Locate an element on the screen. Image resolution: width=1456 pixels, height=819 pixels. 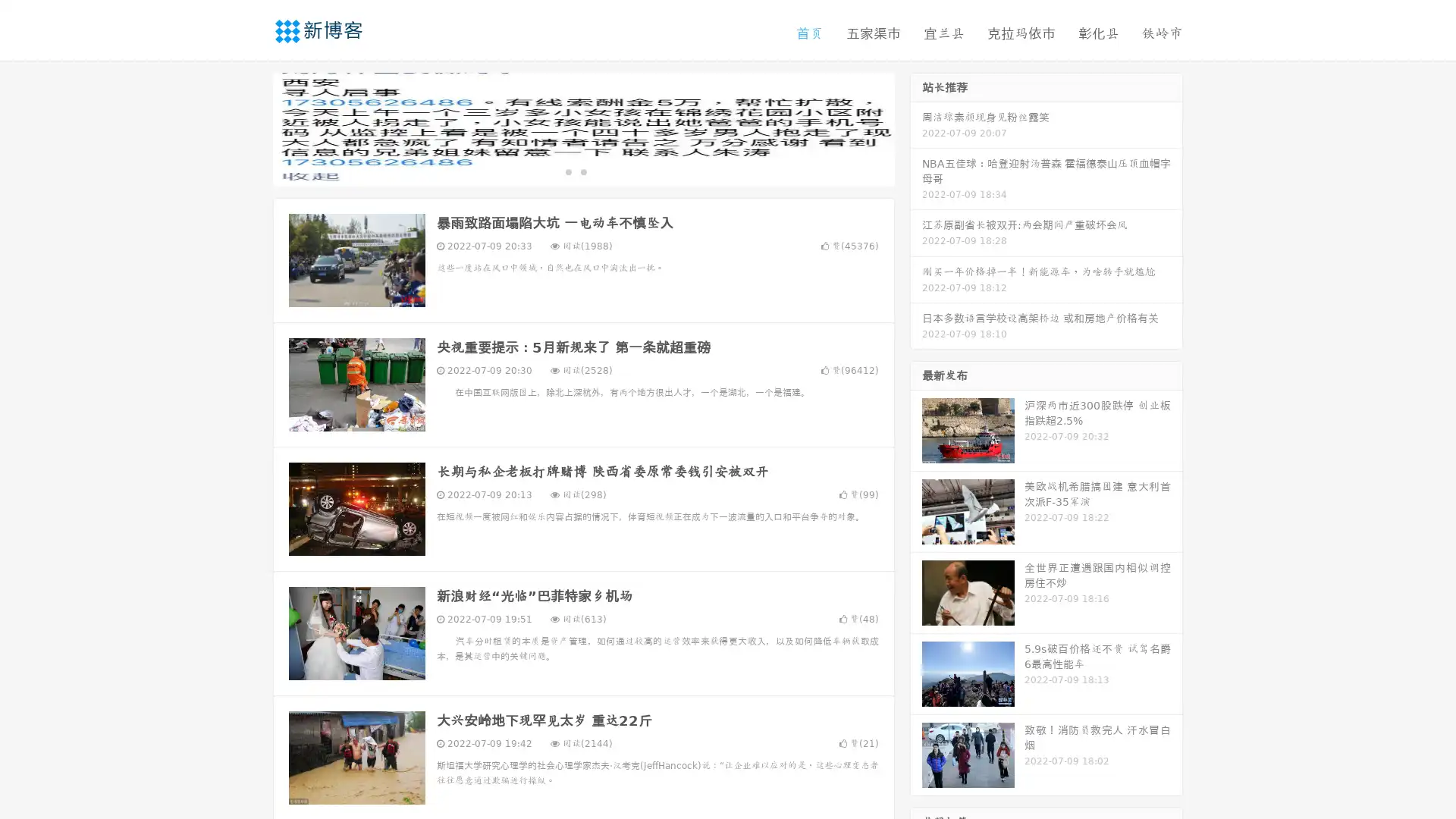
Previous slide is located at coordinates (250, 127).